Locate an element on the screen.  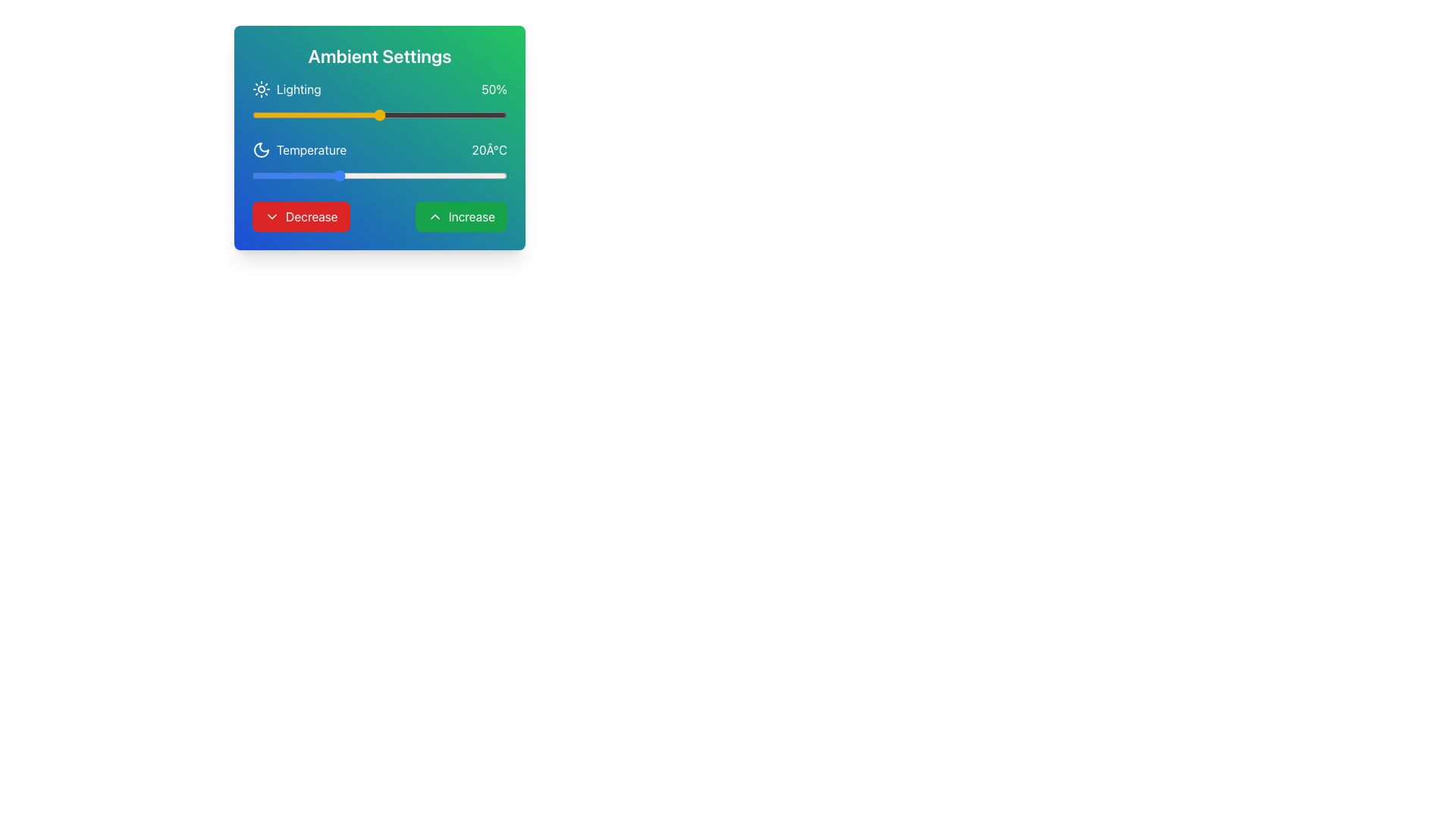
the temperature is located at coordinates (252, 174).